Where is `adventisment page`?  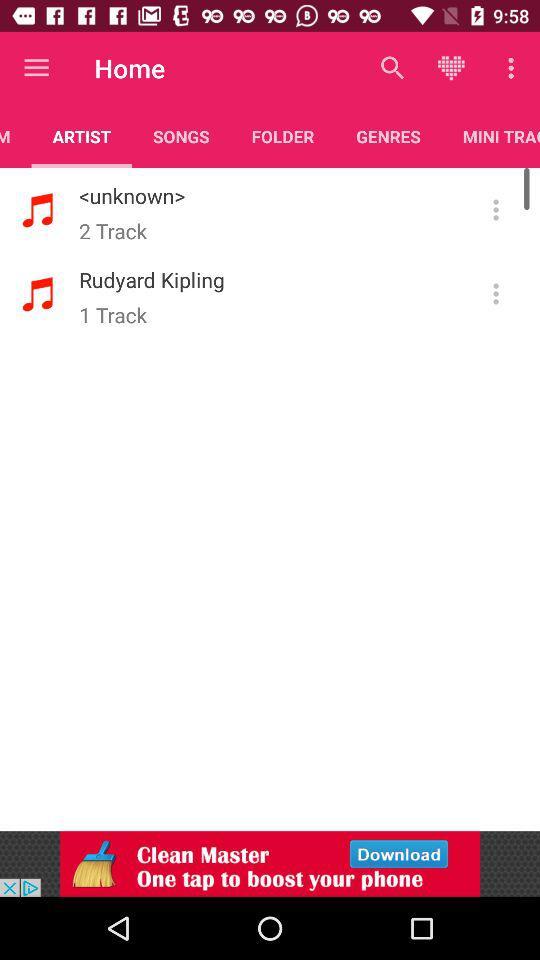
adventisment page is located at coordinates (270, 863).